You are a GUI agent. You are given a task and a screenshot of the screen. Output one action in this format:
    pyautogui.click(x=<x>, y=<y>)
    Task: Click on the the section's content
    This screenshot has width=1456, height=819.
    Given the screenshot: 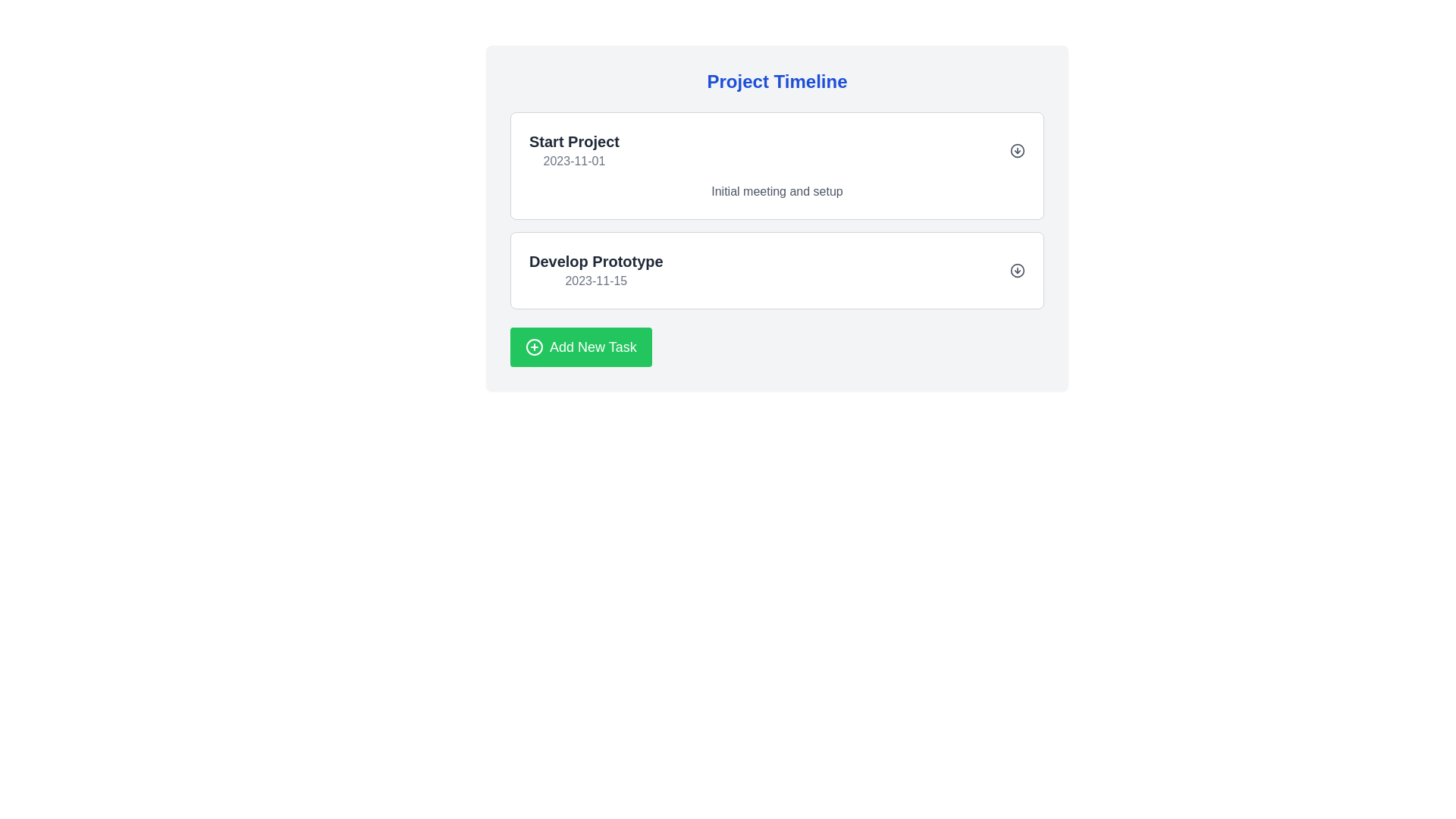 What is the action you would take?
    pyautogui.click(x=777, y=82)
    